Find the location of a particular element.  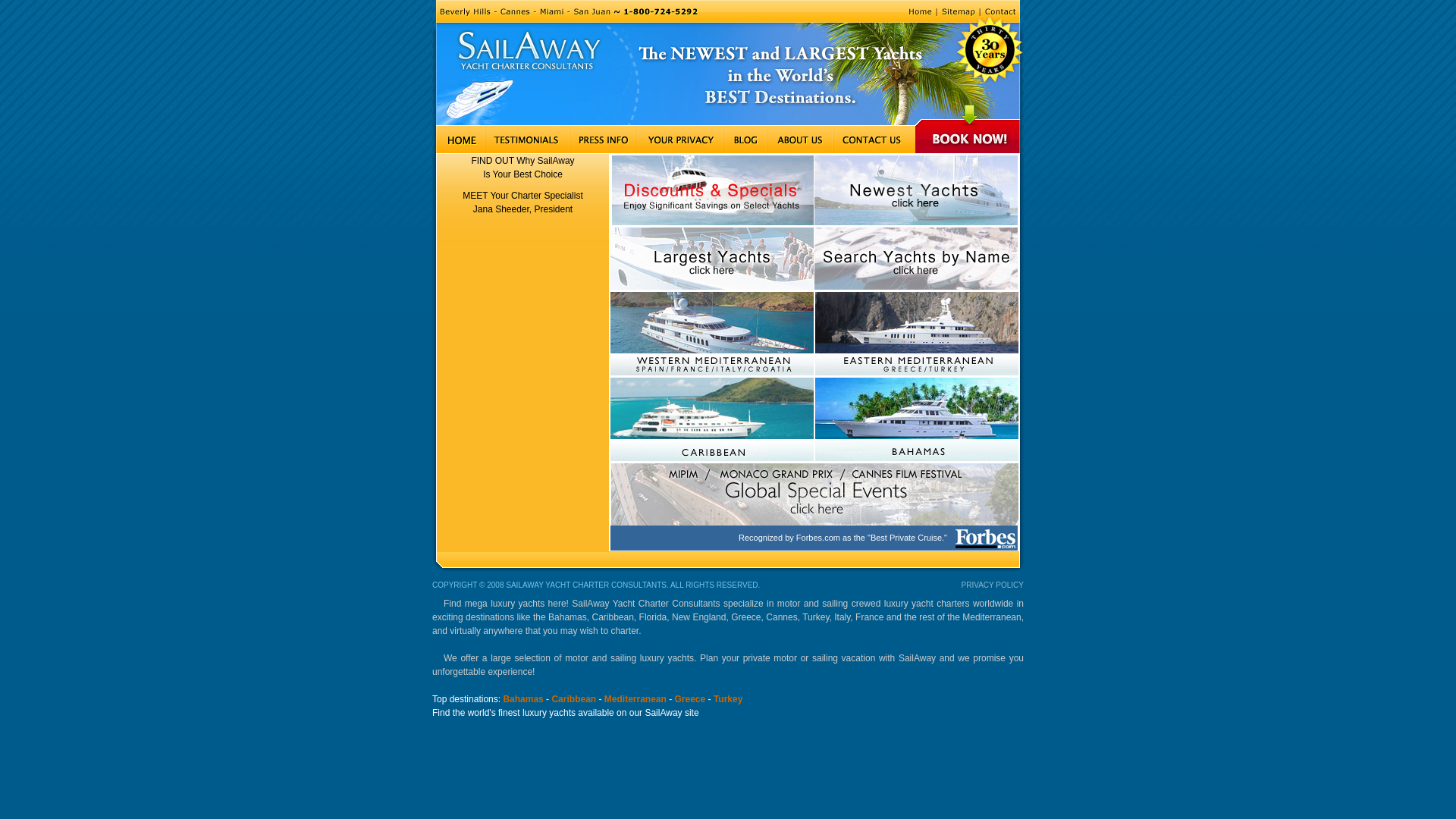

'Home' is located at coordinates (919, 11).